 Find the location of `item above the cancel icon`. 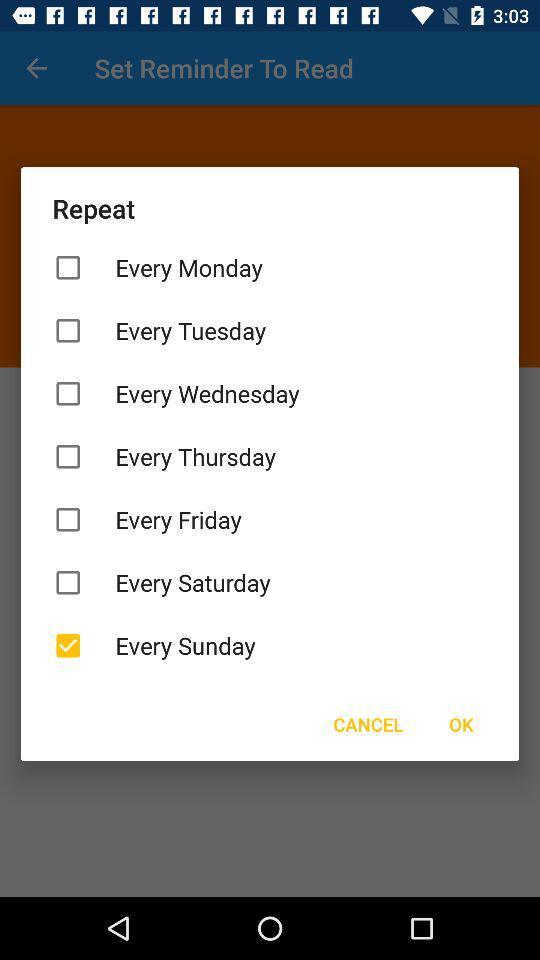

item above the cancel icon is located at coordinates (270, 644).